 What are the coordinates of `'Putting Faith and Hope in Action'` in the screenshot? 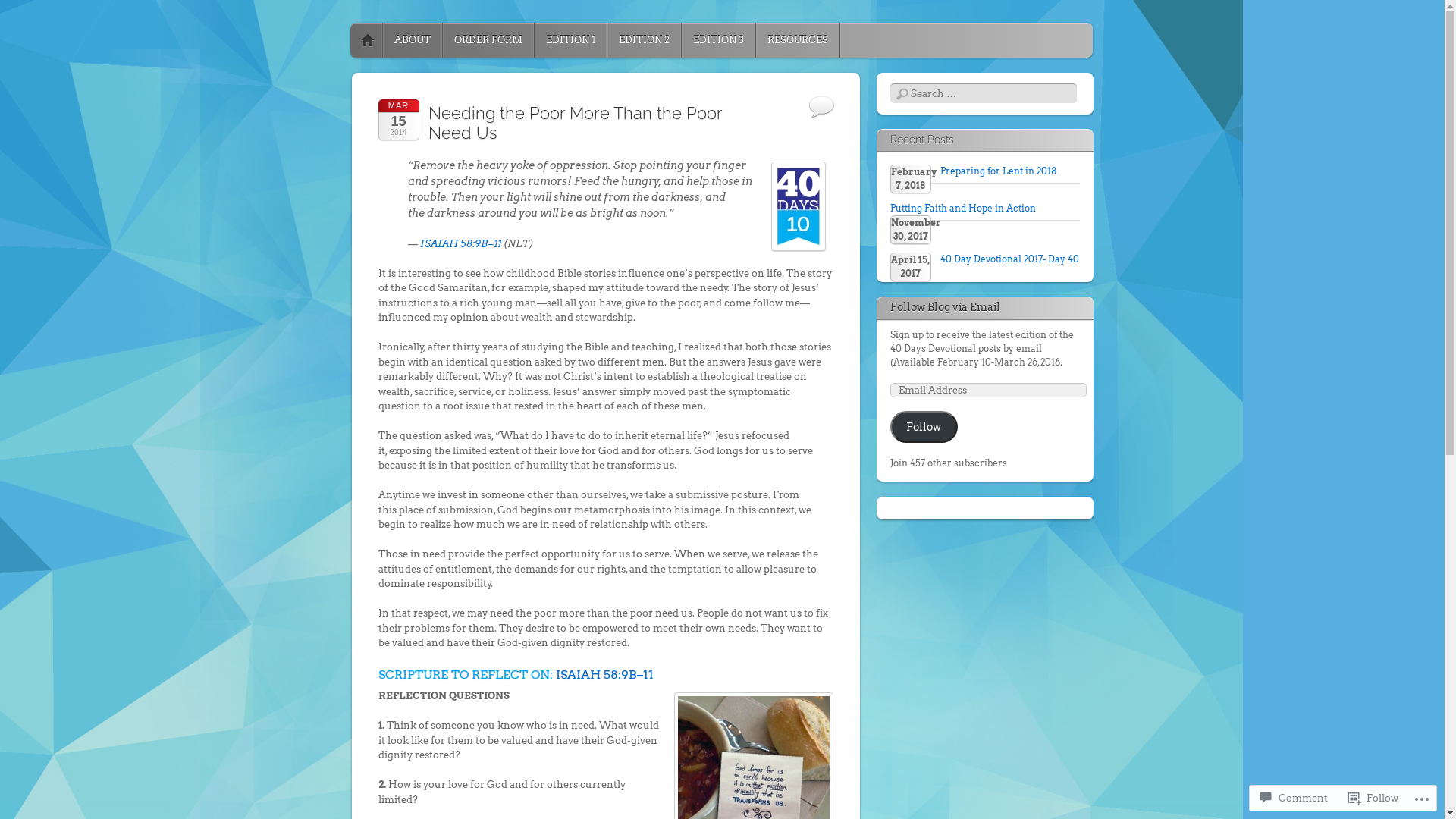 It's located at (962, 208).